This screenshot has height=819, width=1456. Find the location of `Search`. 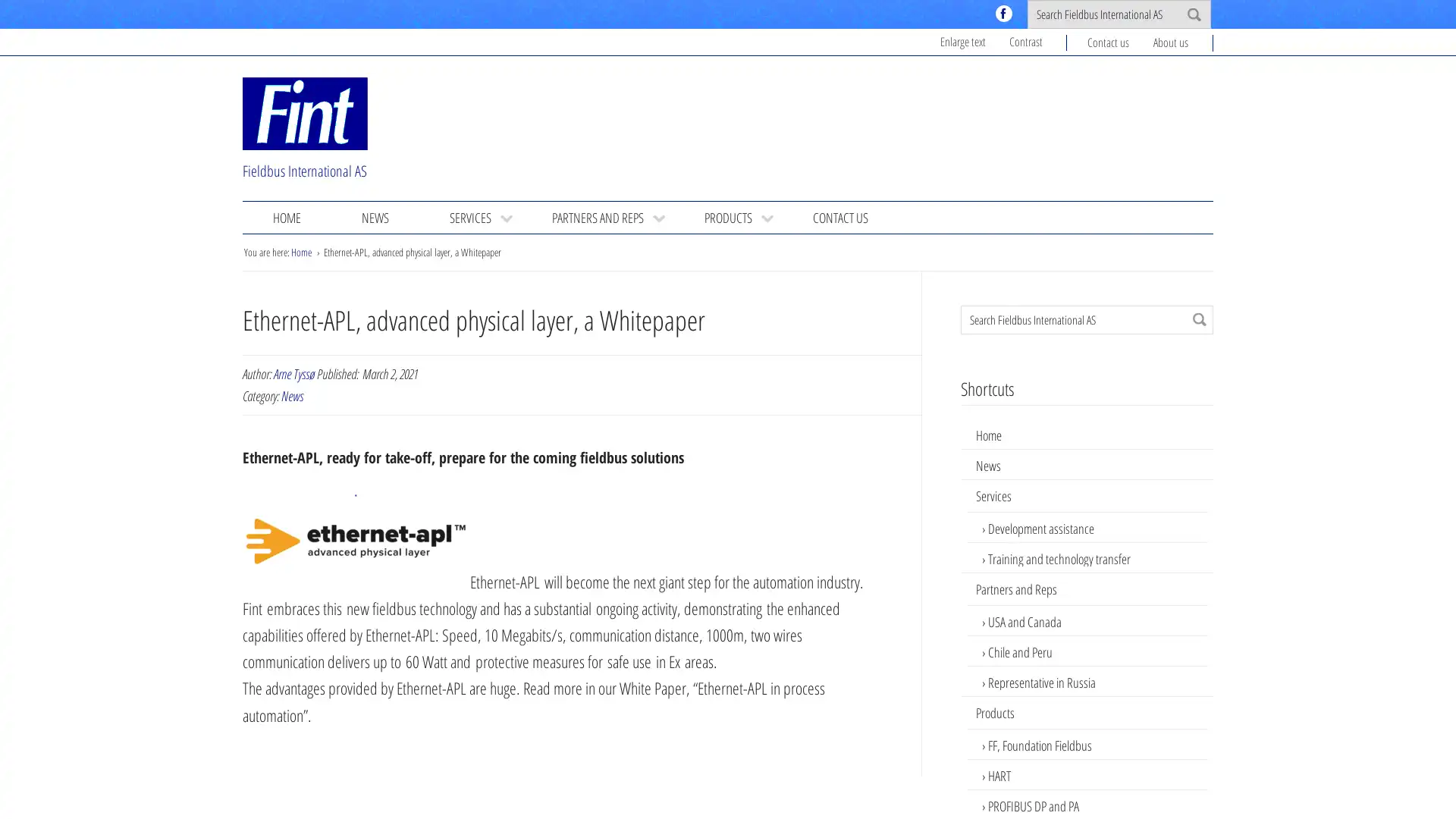

Search is located at coordinates (1193, 14).